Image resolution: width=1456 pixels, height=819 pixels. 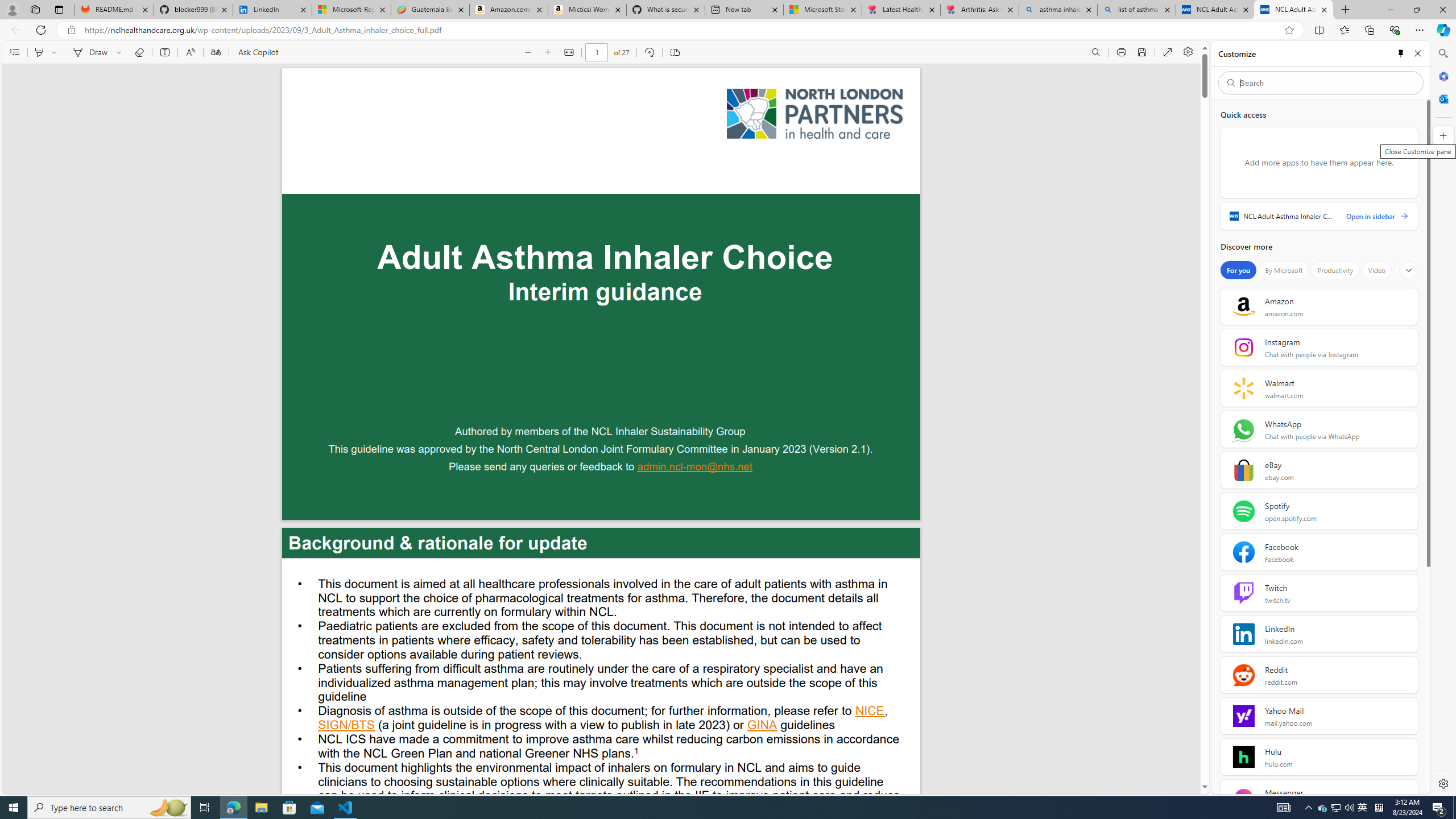 I want to click on 'Select ink properties', so click(x=120, y=52).